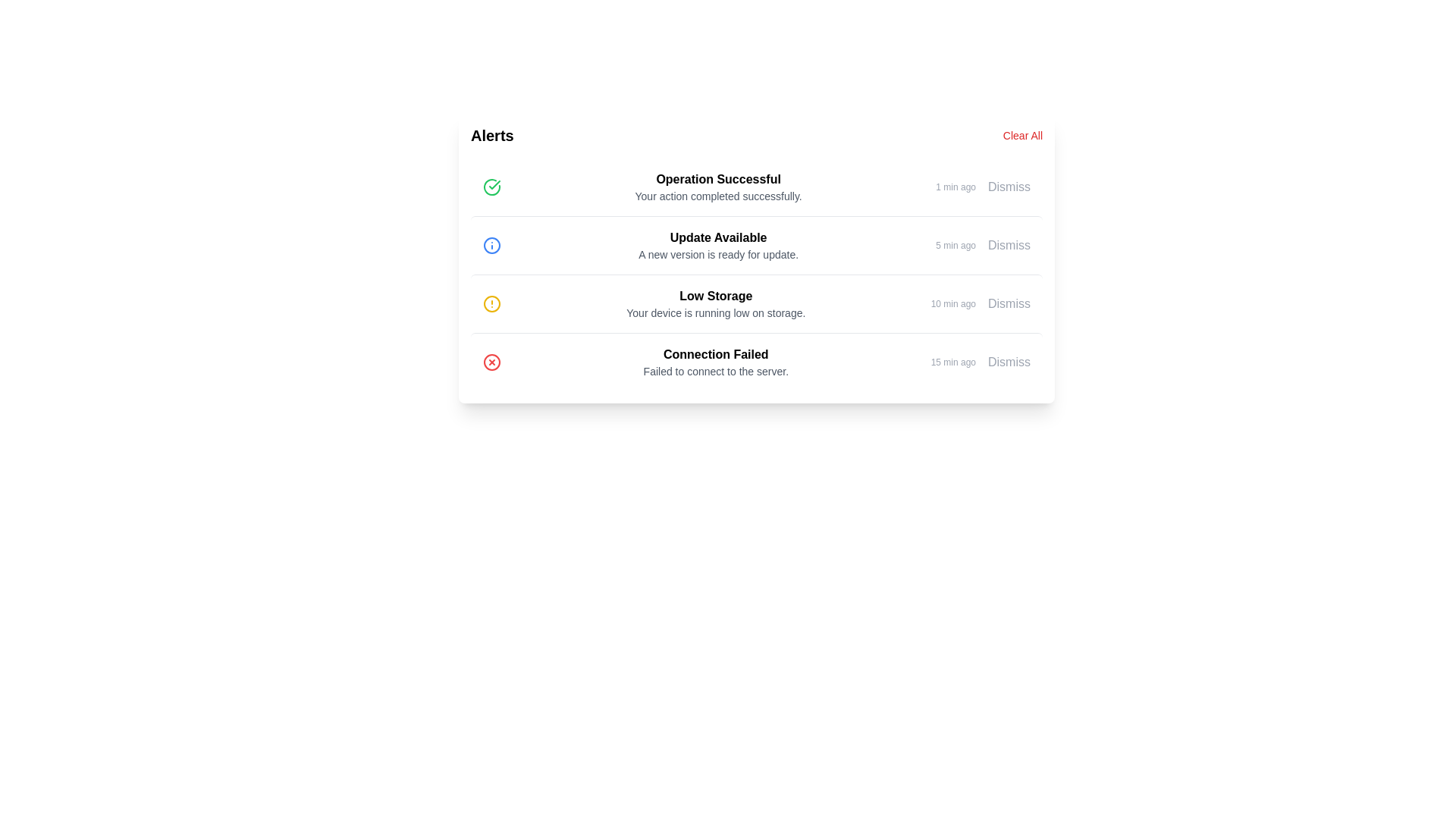 Image resolution: width=1456 pixels, height=819 pixels. What do you see at coordinates (955, 245) in the screenshot?
I see `the small gray text reading '5 min ago' in the notification row titled 'Update Available', which is positioned before the 'Dismiss' button` at bounding box center [955, 245].